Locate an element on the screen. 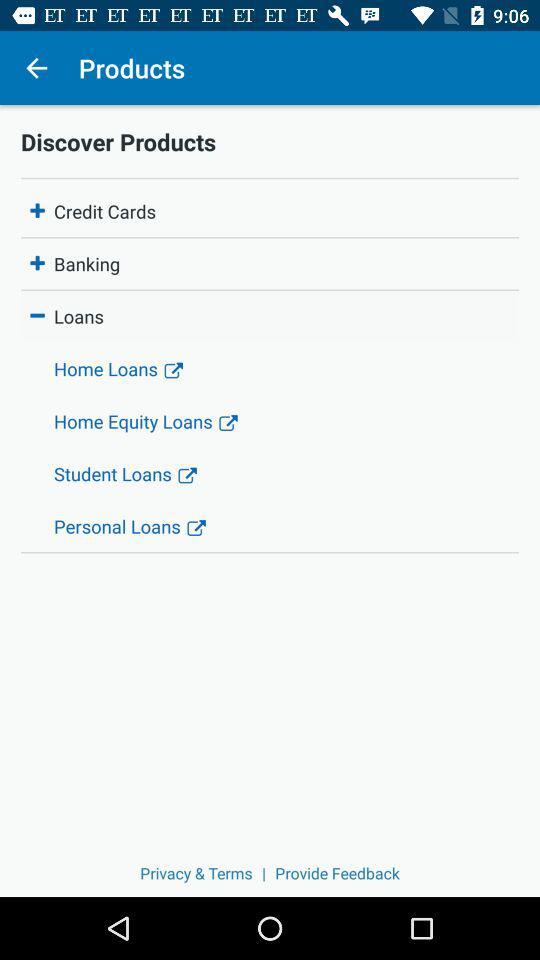  the icon to the left of | icon is located at coordinates (196, 872).